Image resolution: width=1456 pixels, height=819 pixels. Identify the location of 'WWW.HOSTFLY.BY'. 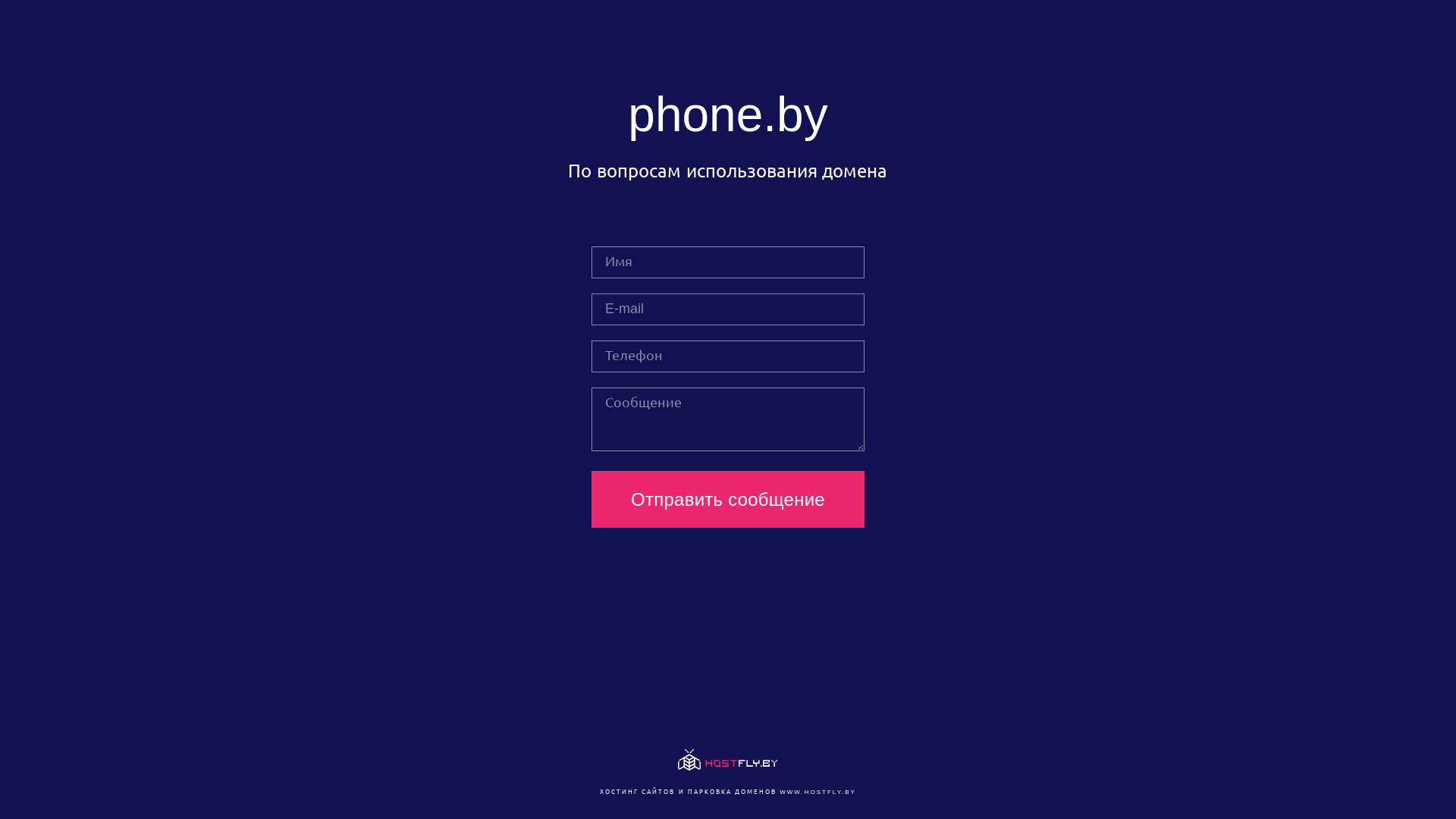
(779, 791).